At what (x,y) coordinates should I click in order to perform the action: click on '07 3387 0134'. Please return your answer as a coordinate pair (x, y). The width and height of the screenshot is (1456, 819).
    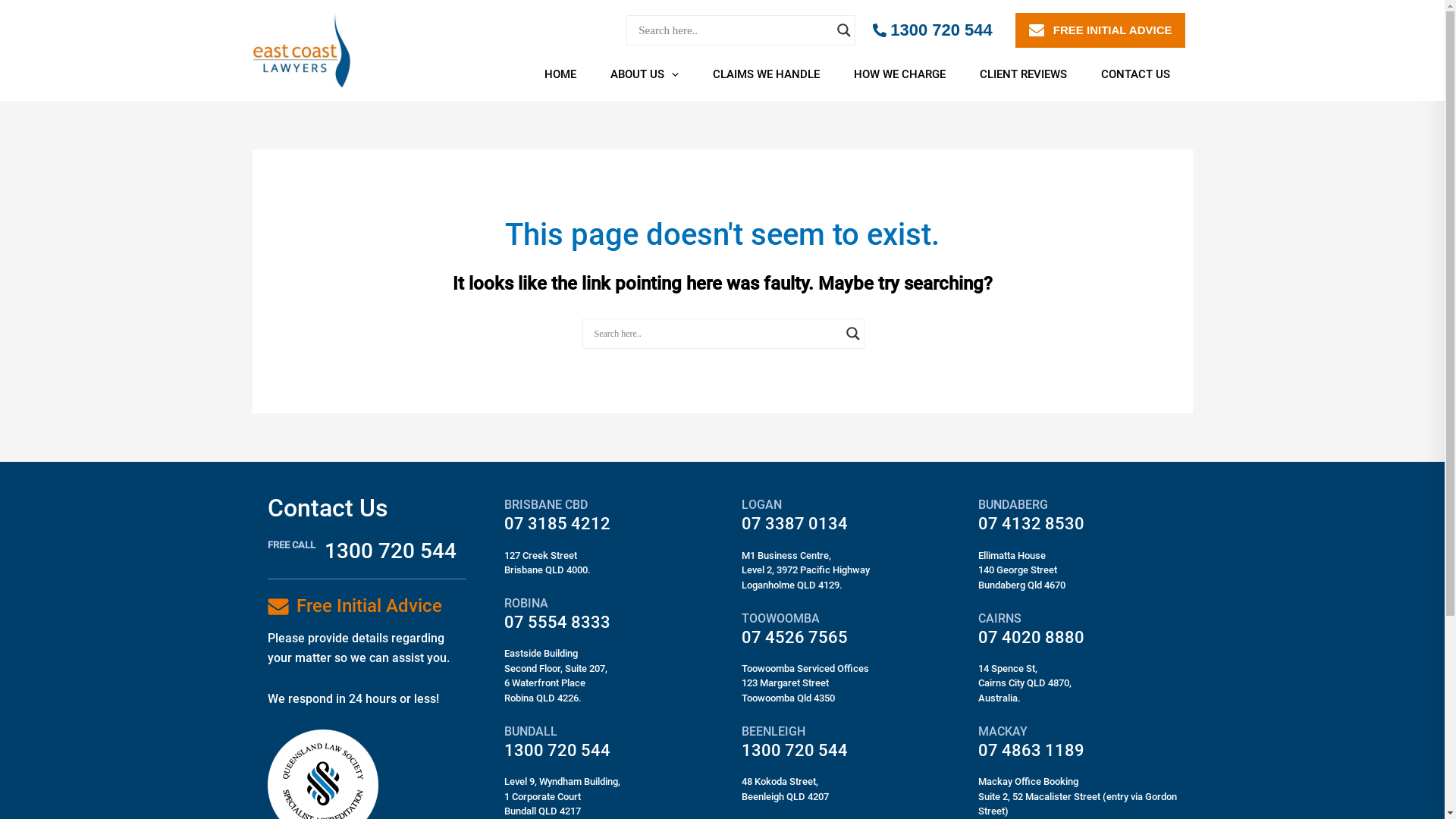
    Looking at the image, I should click on (793, 522).